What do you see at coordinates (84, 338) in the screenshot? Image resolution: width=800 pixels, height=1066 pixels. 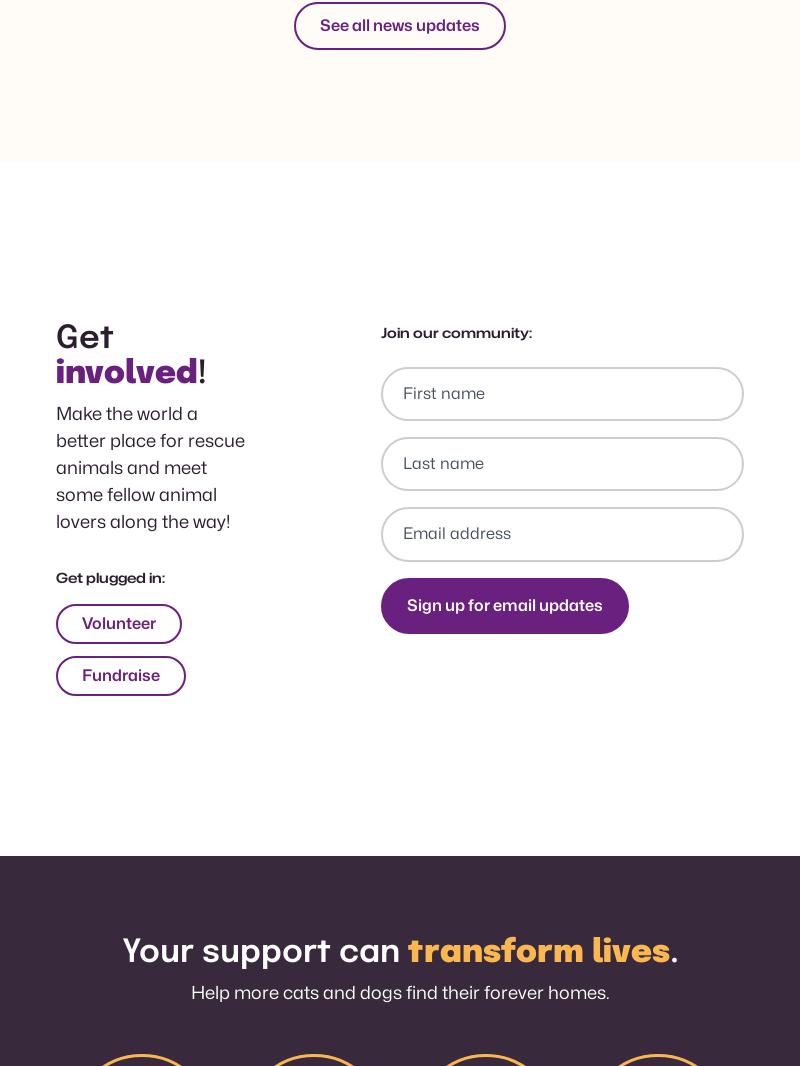 I see `'Get'` at bounding box center [84, 338].